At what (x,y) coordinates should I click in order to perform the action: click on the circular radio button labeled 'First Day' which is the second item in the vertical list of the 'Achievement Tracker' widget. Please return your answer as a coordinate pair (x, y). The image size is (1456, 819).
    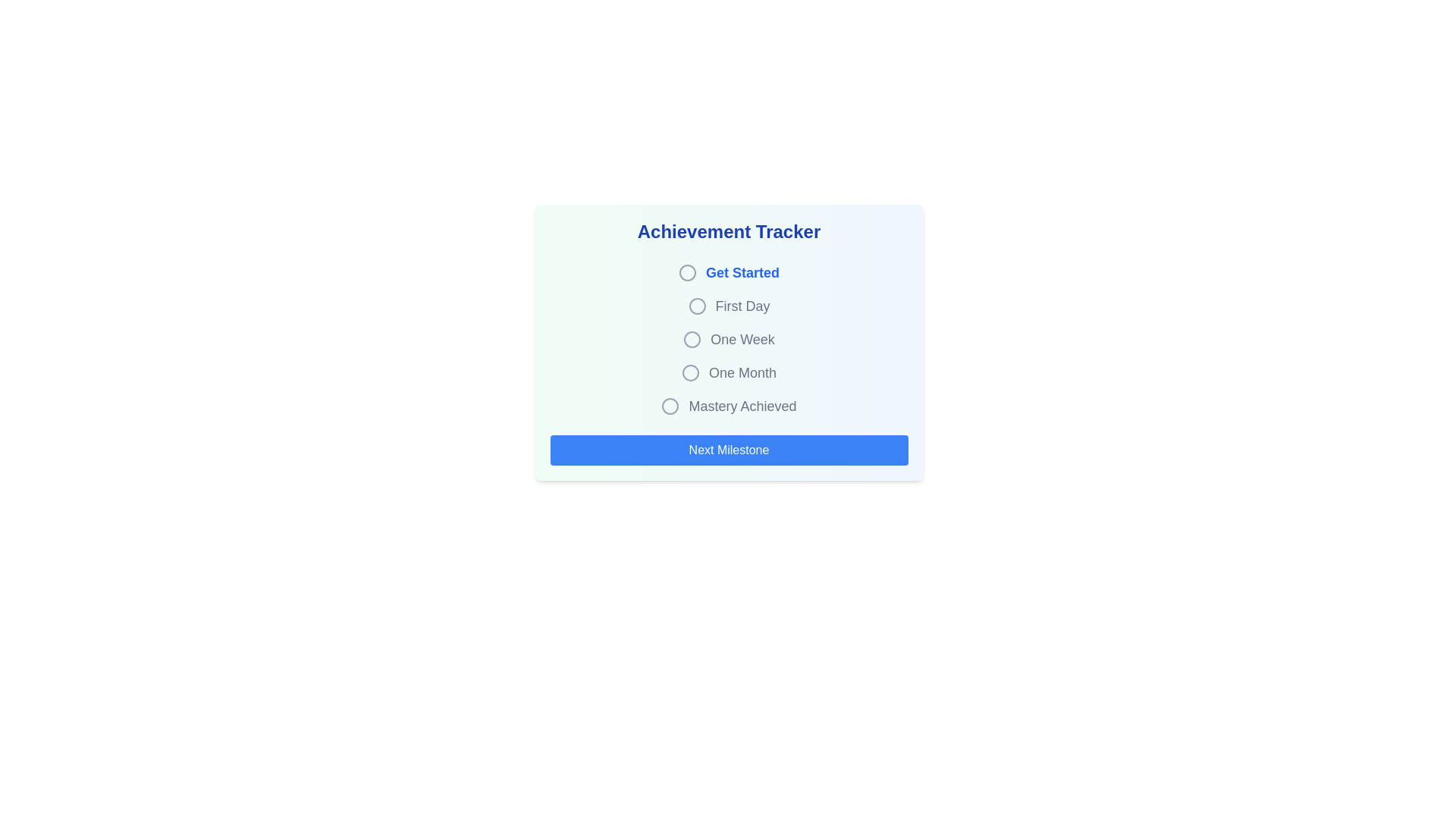
    Looking at the image, I should click on (696, 306).